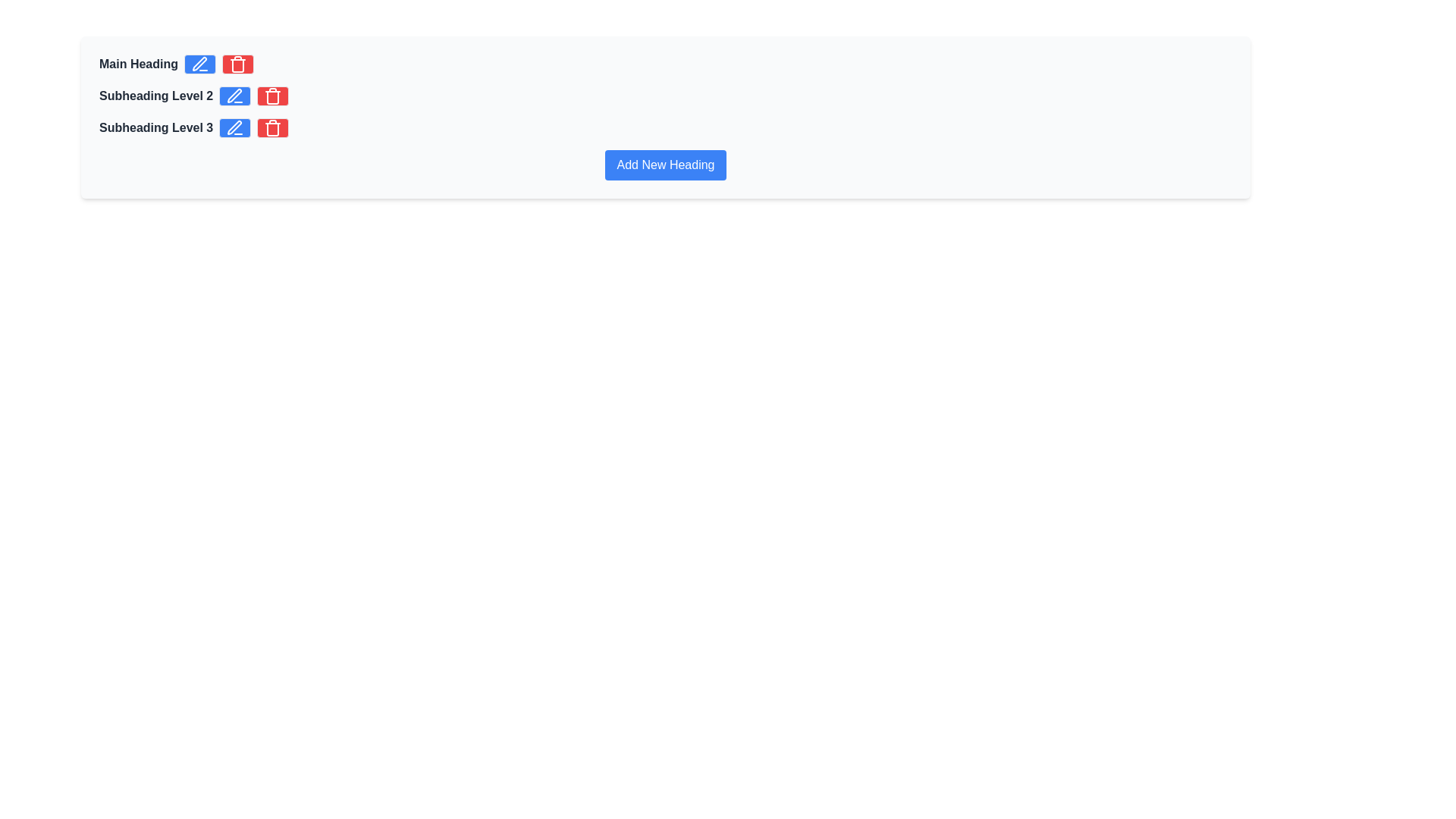 This screenshot has height=819, width=1456. I want to click on the trash bin icon button, which is outlined in thin lines and has a white color on a square red background, so click(237, 63).